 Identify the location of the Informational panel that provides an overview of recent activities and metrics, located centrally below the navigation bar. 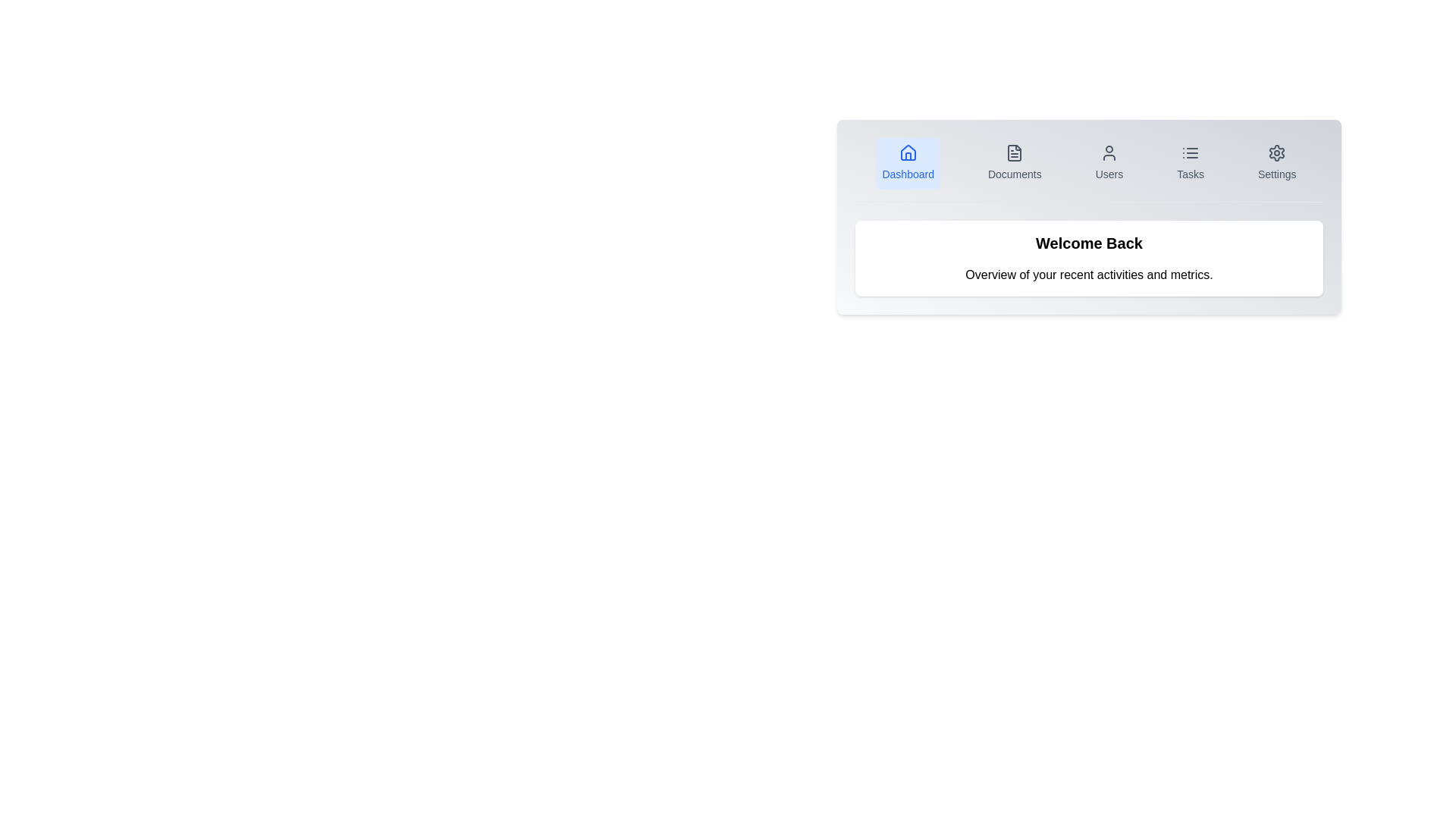
(1088, 257).